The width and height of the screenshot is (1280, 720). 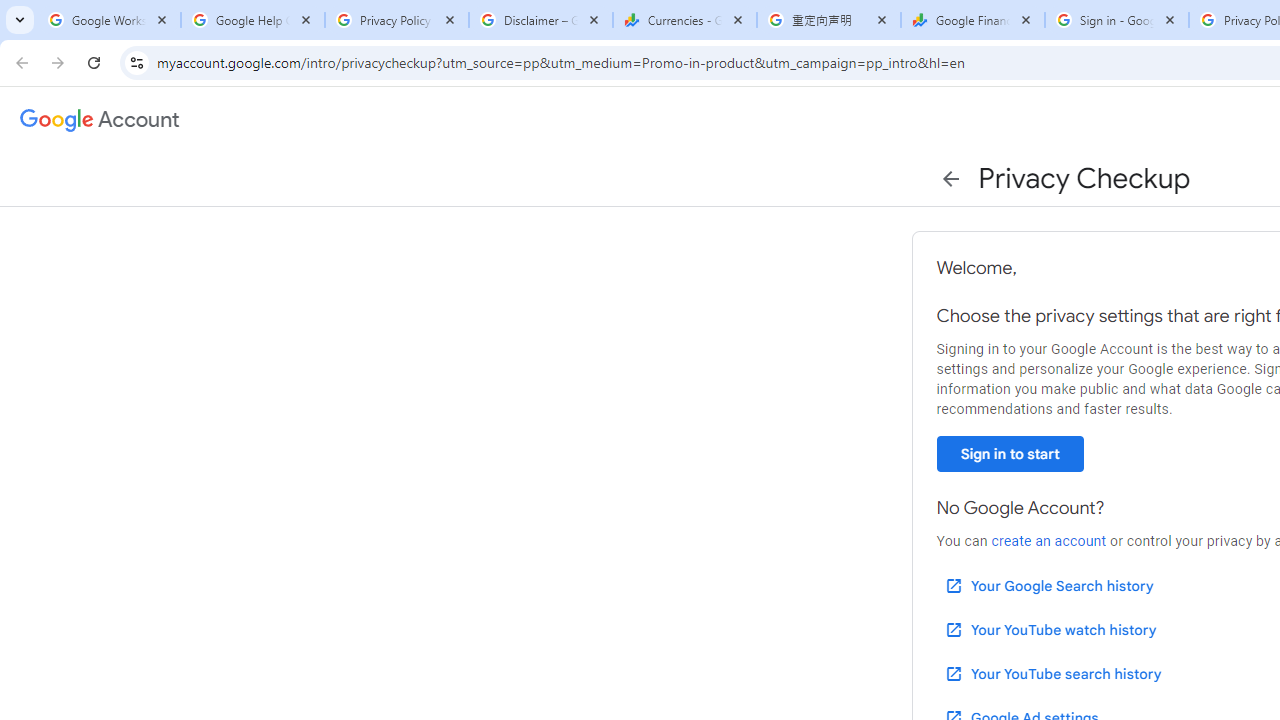 What do you see at coordinates (1115, 20) in the screenshot?
I see `'Sign in - Google Accounts'` at bounding box center [1115, 20].